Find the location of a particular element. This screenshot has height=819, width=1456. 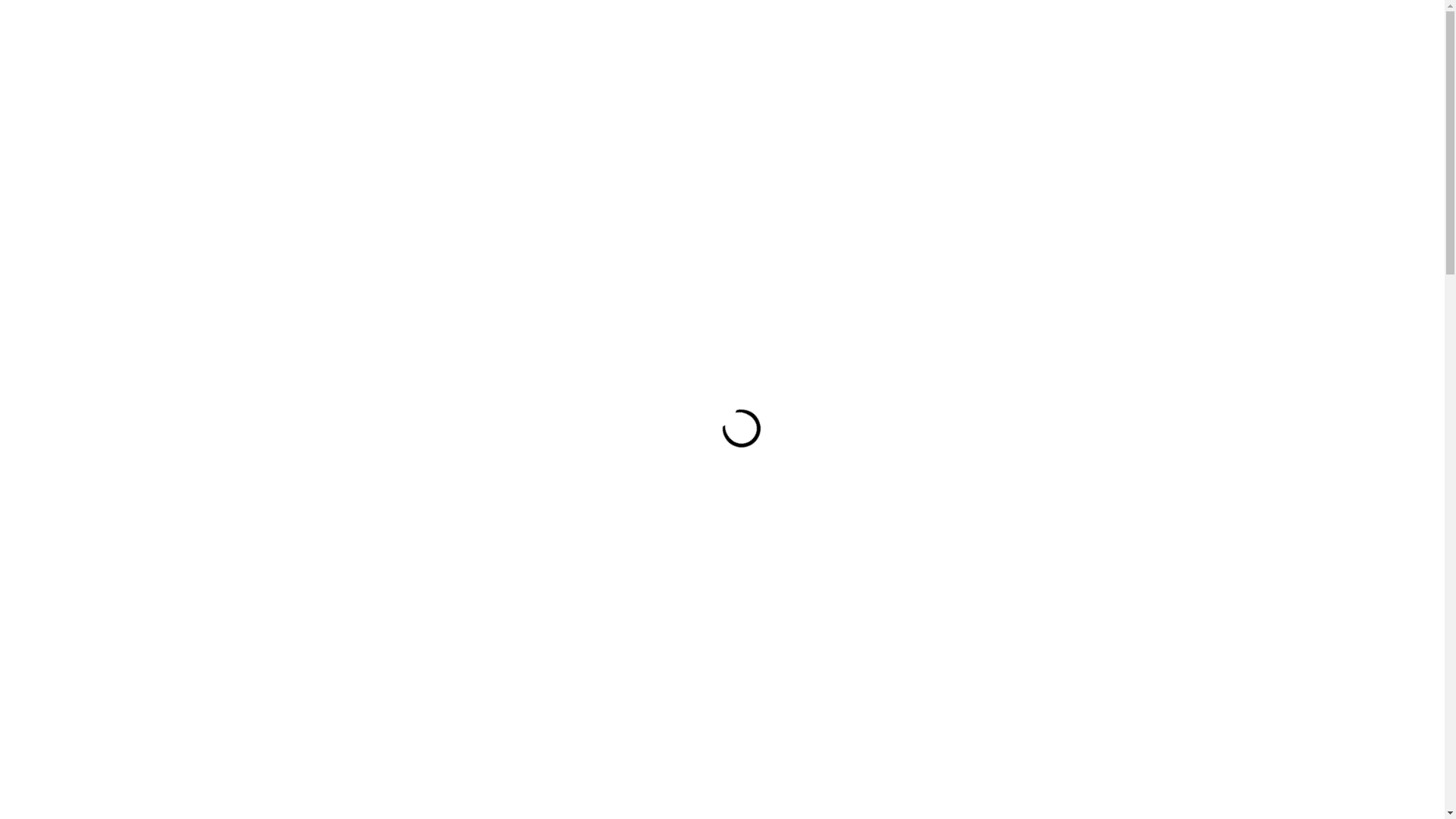

'Casa Verde' is located at coordinates (1081, 50).